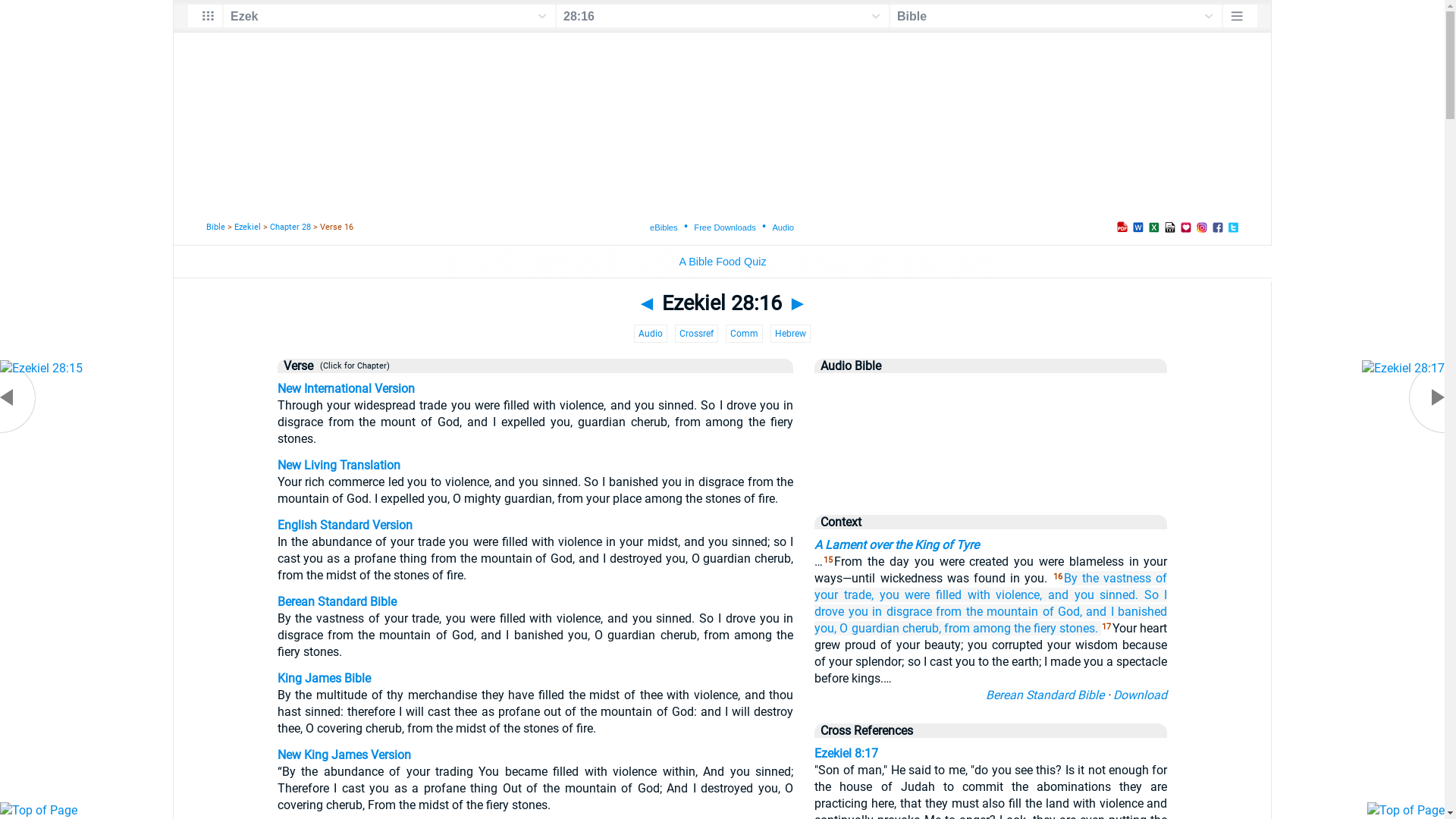 This screenshot has width=1456, height=819. Describe the element at coordinates (323, 677) in the screenshot. I see `'King James Bible'` at that location.